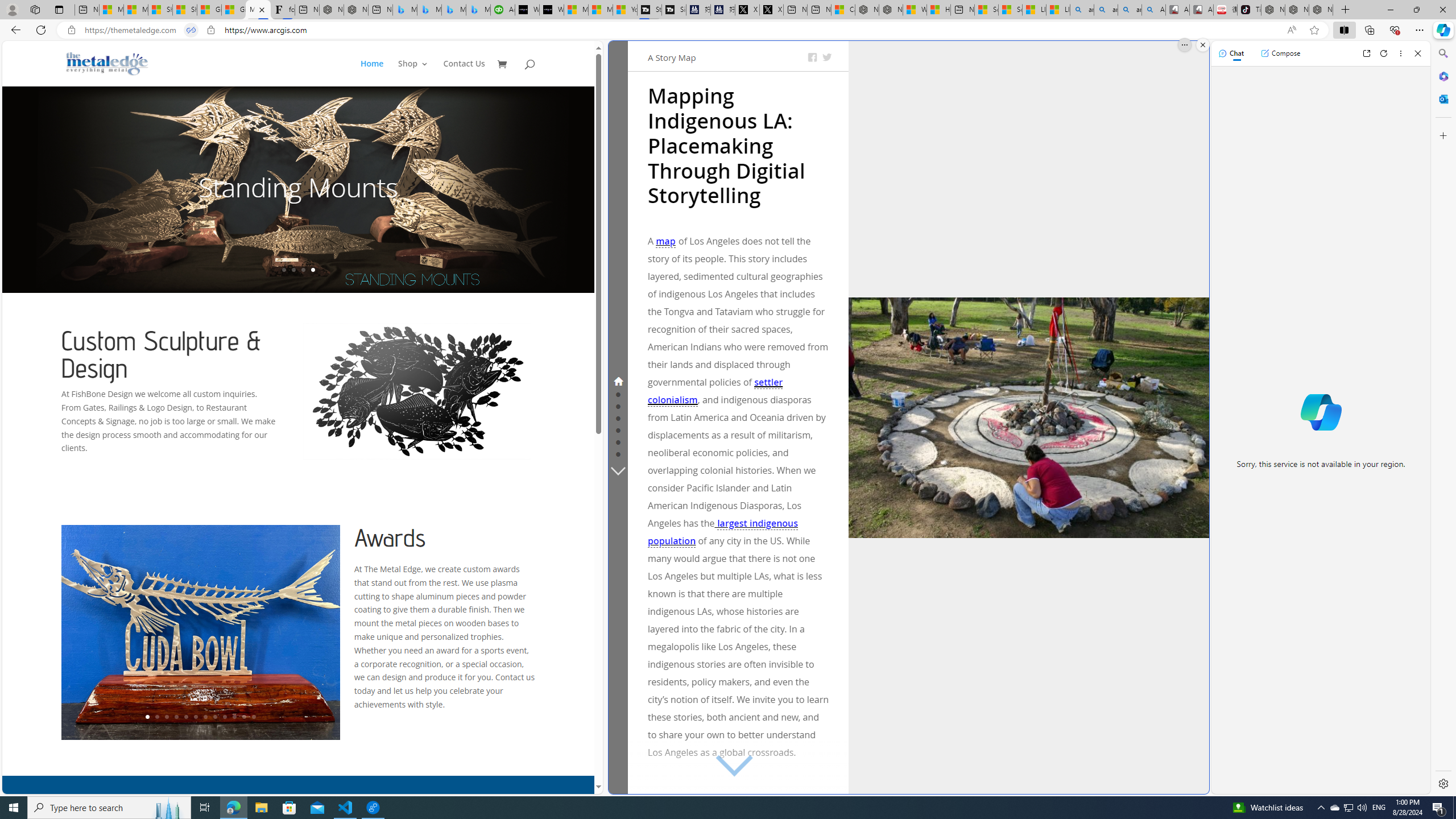 The height and width of the screenshot is (819, 1456). Describe the element at coordinates (1442, 783) in the screenshot. I see `'Settings'` at that location.